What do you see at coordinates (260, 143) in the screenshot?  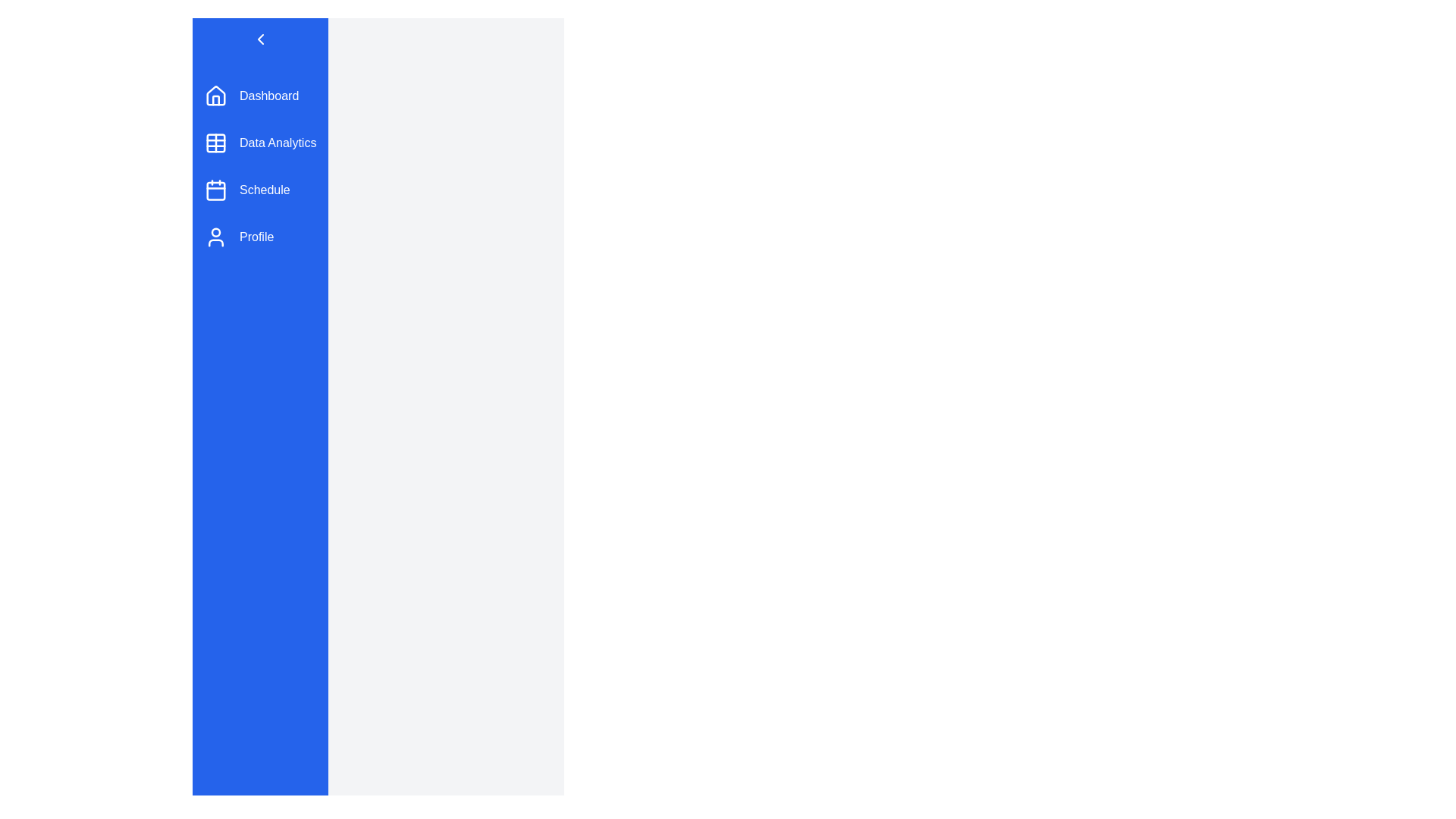 I see `the menu item labeled 'Data Analytics' to trigger its hover effect` at bounding box center [260, 143].